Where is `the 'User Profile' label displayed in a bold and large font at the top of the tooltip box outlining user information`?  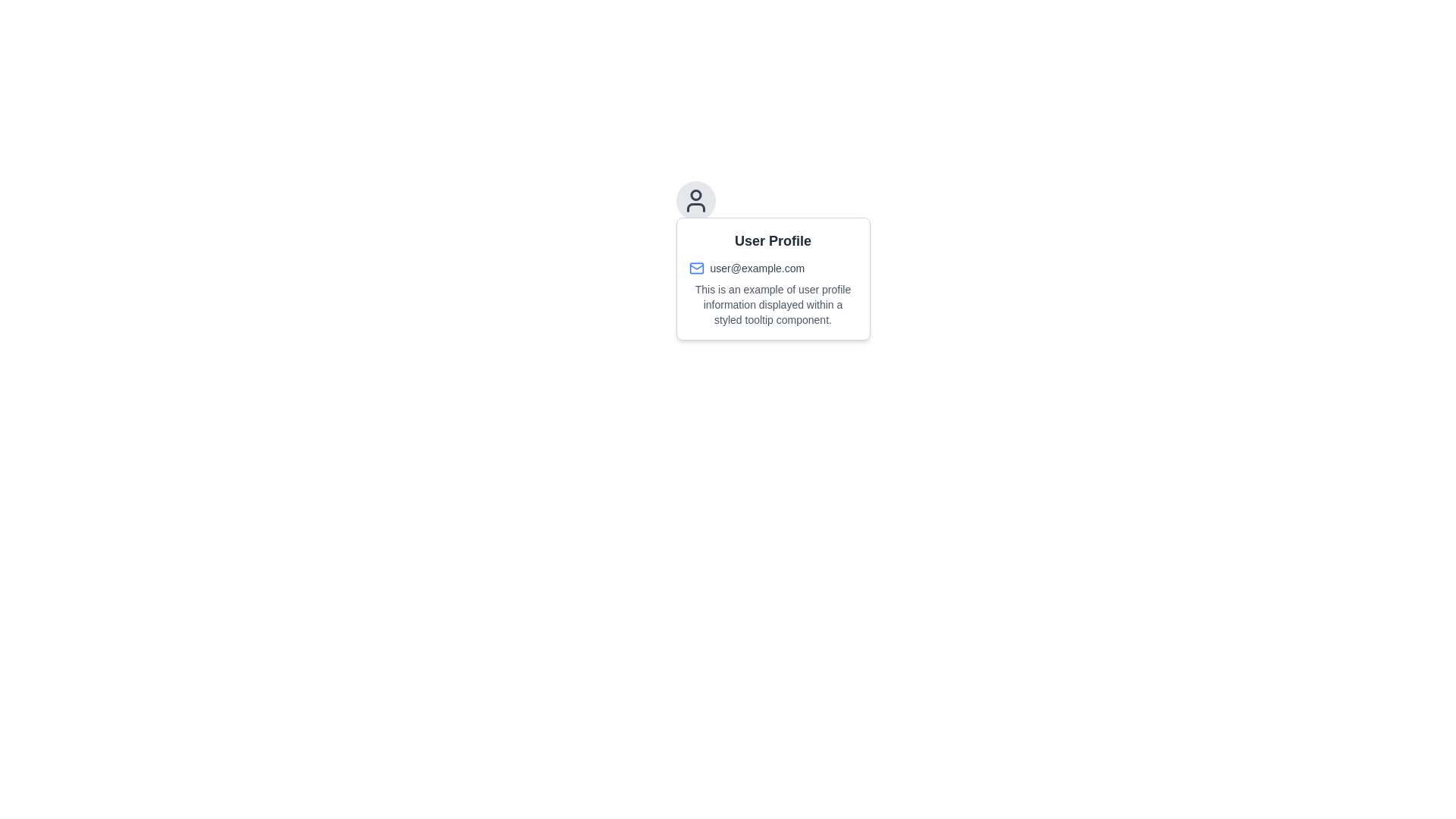 the 'User Profile' label displayed in a bold and large font at the top of the tooltip box outlining user information is located at coordinates (773, 240).